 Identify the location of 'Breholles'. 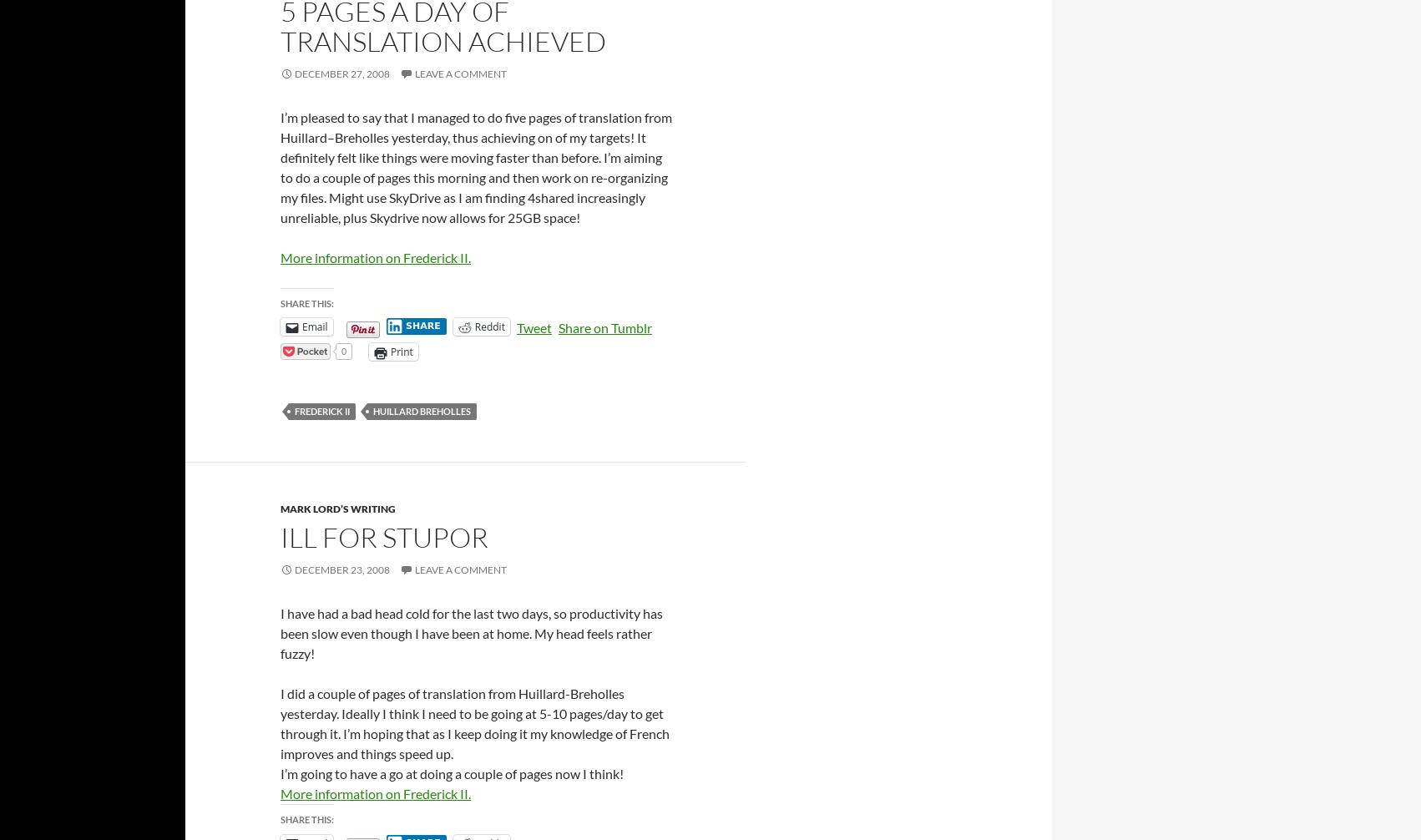
(334, 137).